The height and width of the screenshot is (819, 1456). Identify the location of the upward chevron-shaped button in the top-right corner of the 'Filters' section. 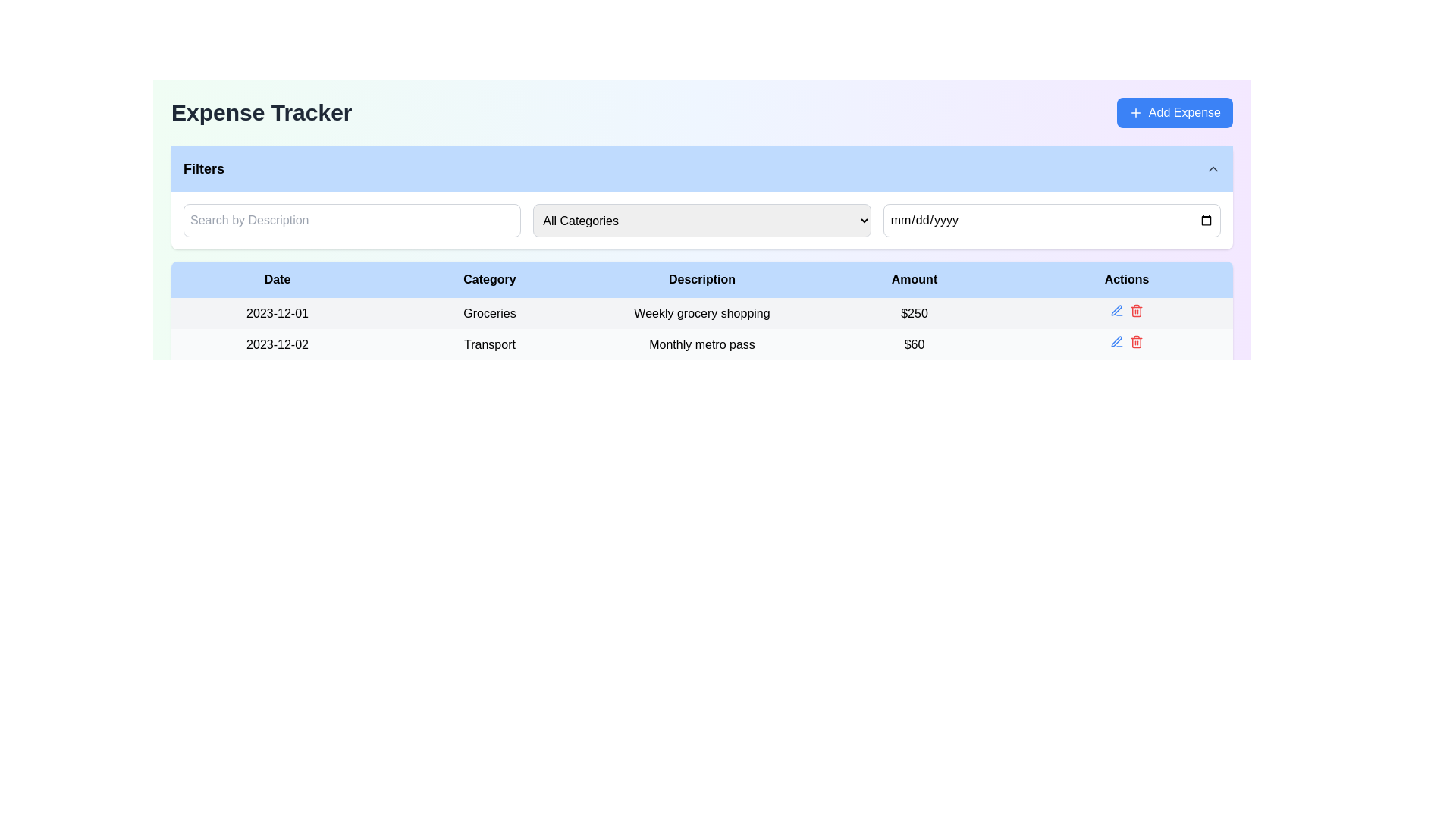
(1212, 169).